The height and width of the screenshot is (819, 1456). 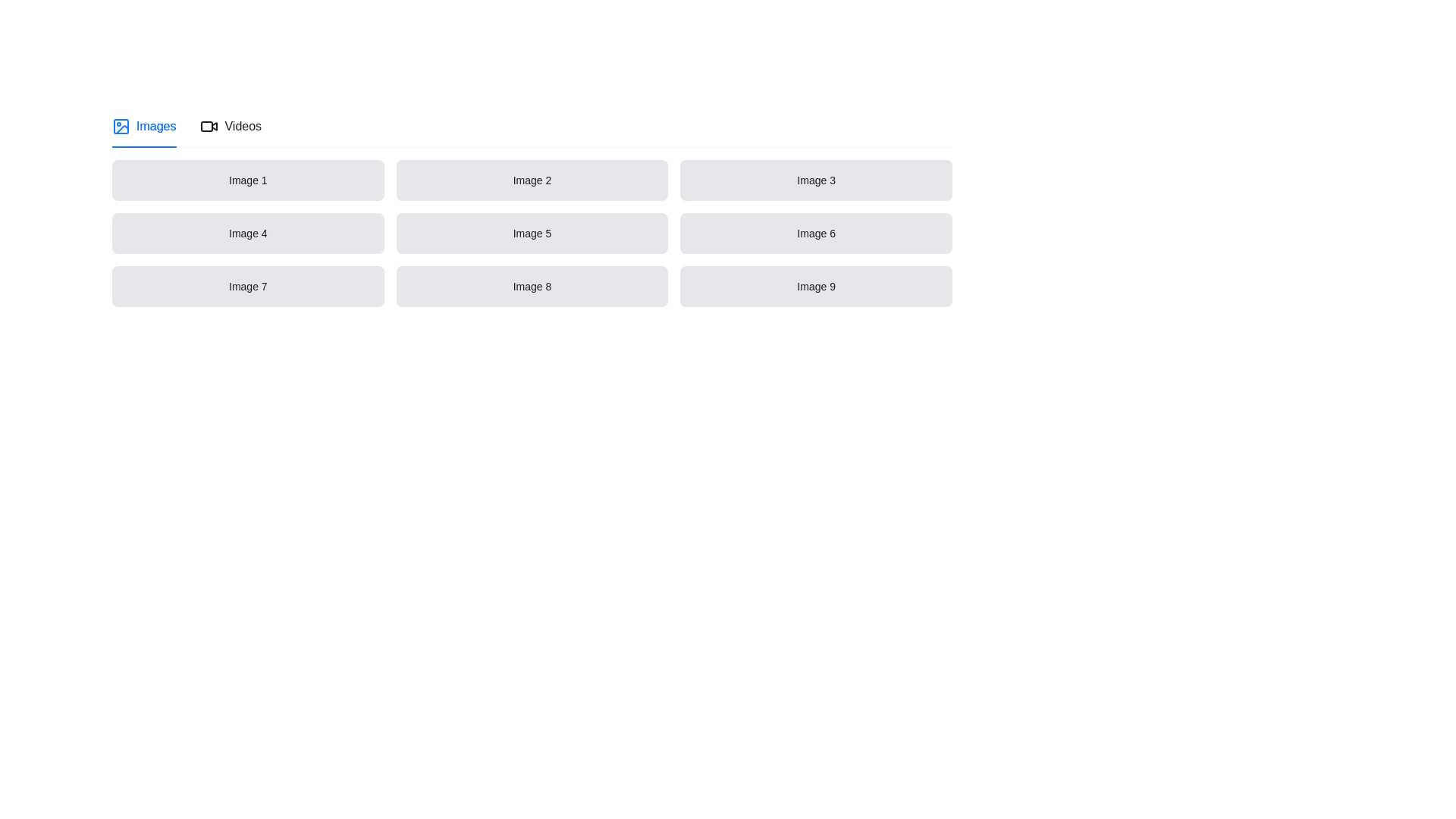 What do you see at coordinates (144, 125) in the screenshot?
I see `the 'Images' tab, which features a blue underline and a picture icon` at bounding box center [144, 125].